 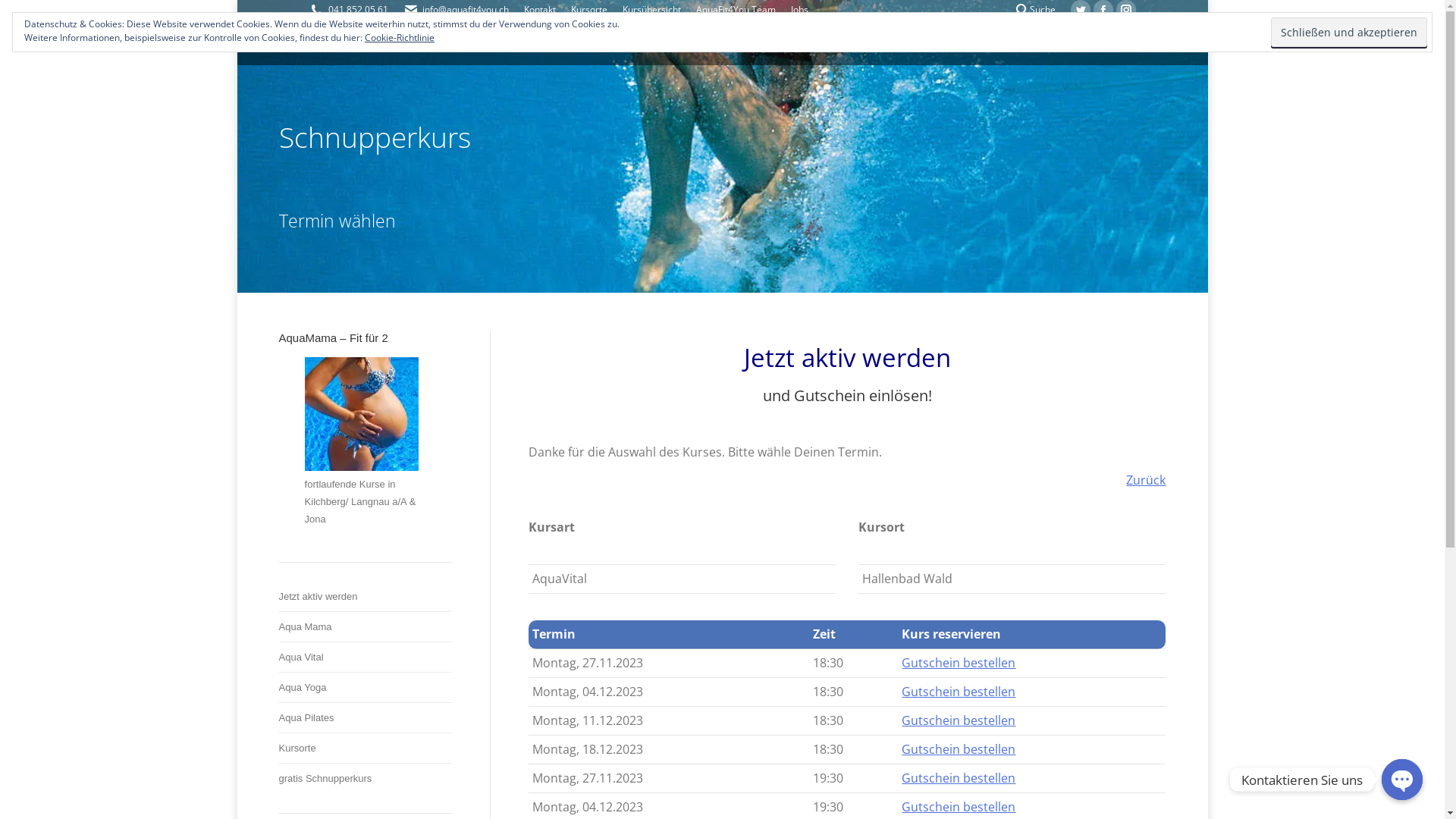 I want to click on 'Aqua Yoga', so click(x=303, y=687).